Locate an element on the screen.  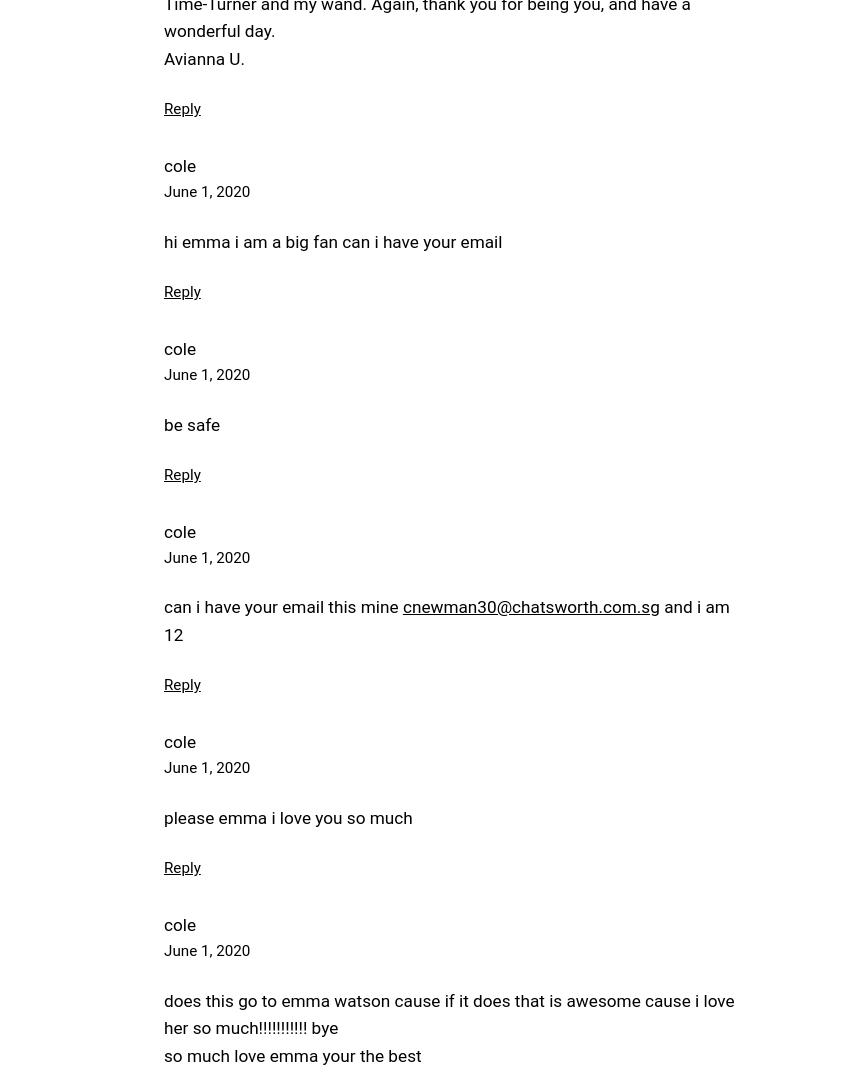
'Avianna U.' is located at coordinates (163, 57).